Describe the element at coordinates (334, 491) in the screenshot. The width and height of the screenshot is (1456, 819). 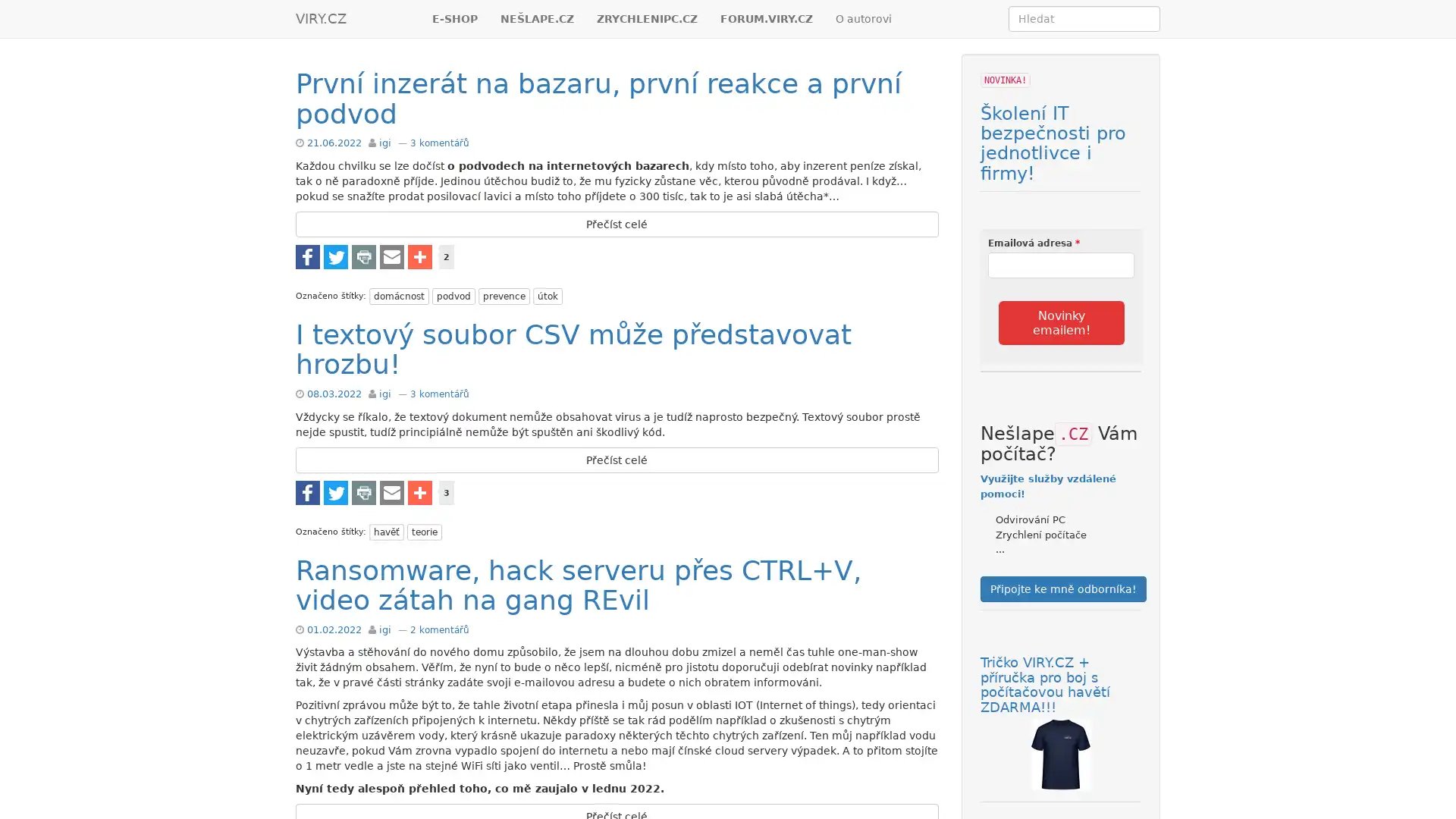
I see `Share to Twitter` at that location.